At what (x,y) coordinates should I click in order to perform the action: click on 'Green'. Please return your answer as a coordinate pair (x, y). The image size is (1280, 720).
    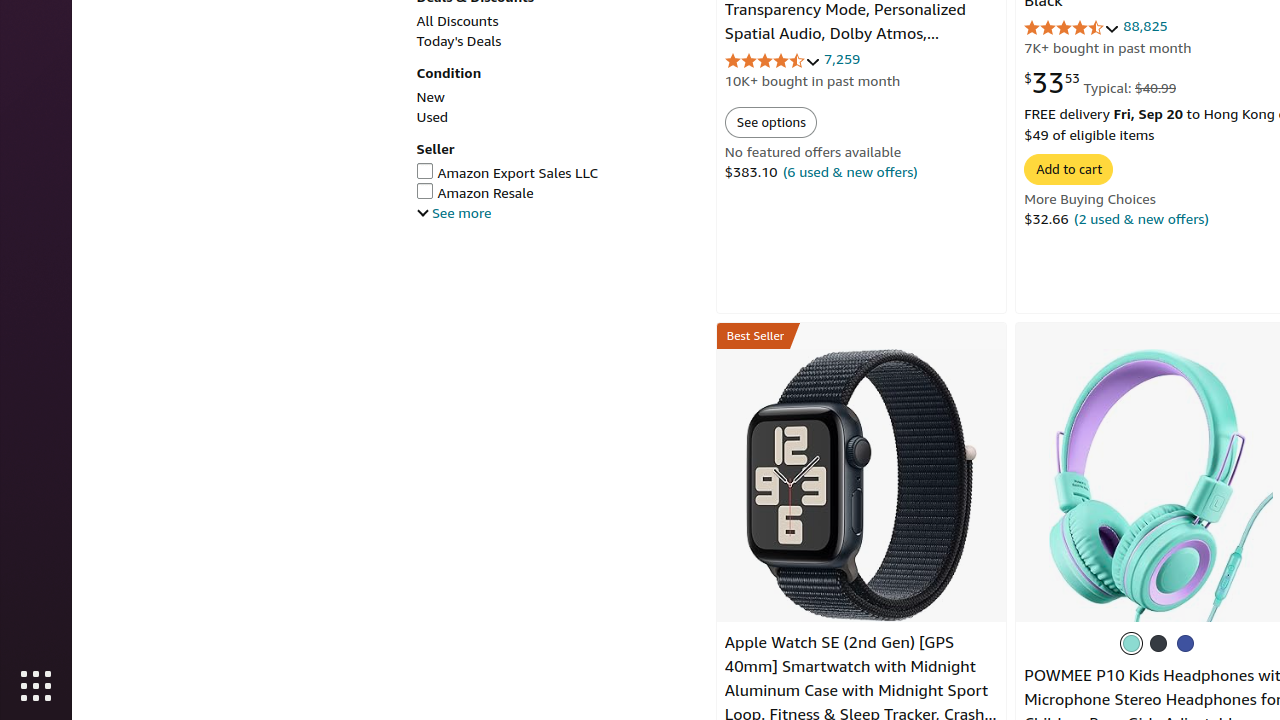
    Looking at the image, I should click on (1132, 643).